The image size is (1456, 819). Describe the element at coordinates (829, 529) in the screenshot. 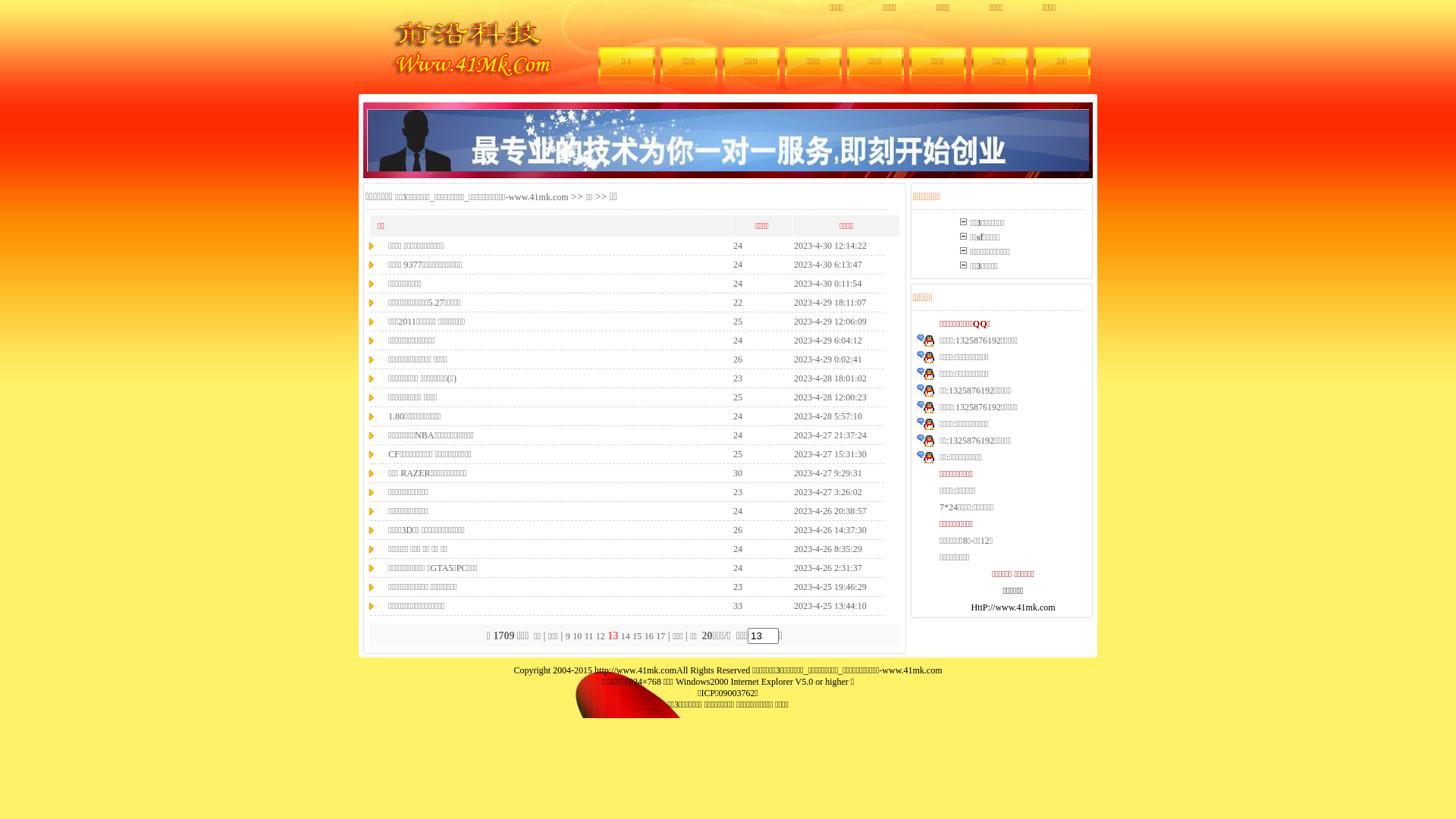

I see `'2023-4-26 14:37:30'` at that location.